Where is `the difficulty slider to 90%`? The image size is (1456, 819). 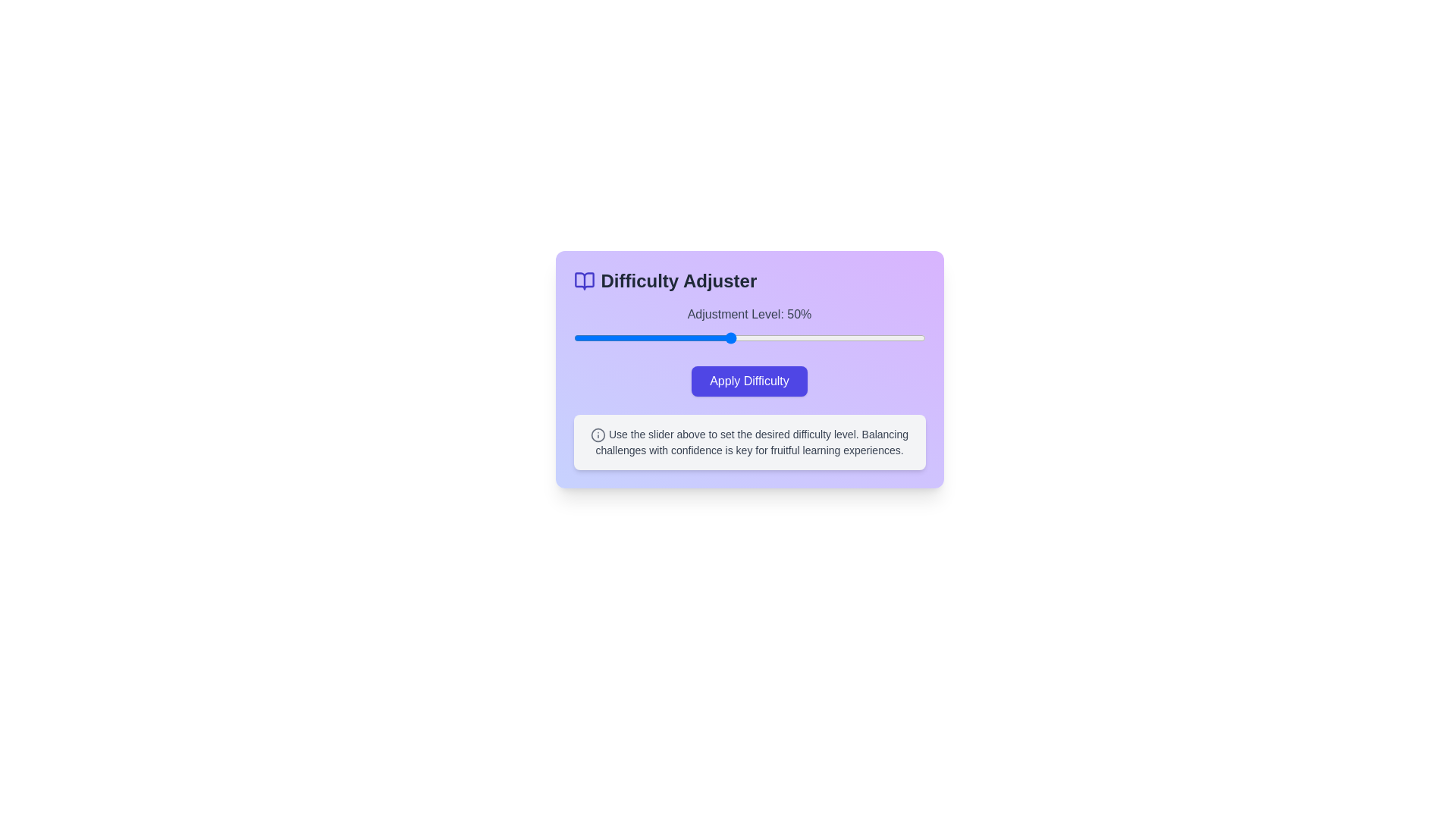
the difficulty slider to 90% is located at coordinates (886, 337).